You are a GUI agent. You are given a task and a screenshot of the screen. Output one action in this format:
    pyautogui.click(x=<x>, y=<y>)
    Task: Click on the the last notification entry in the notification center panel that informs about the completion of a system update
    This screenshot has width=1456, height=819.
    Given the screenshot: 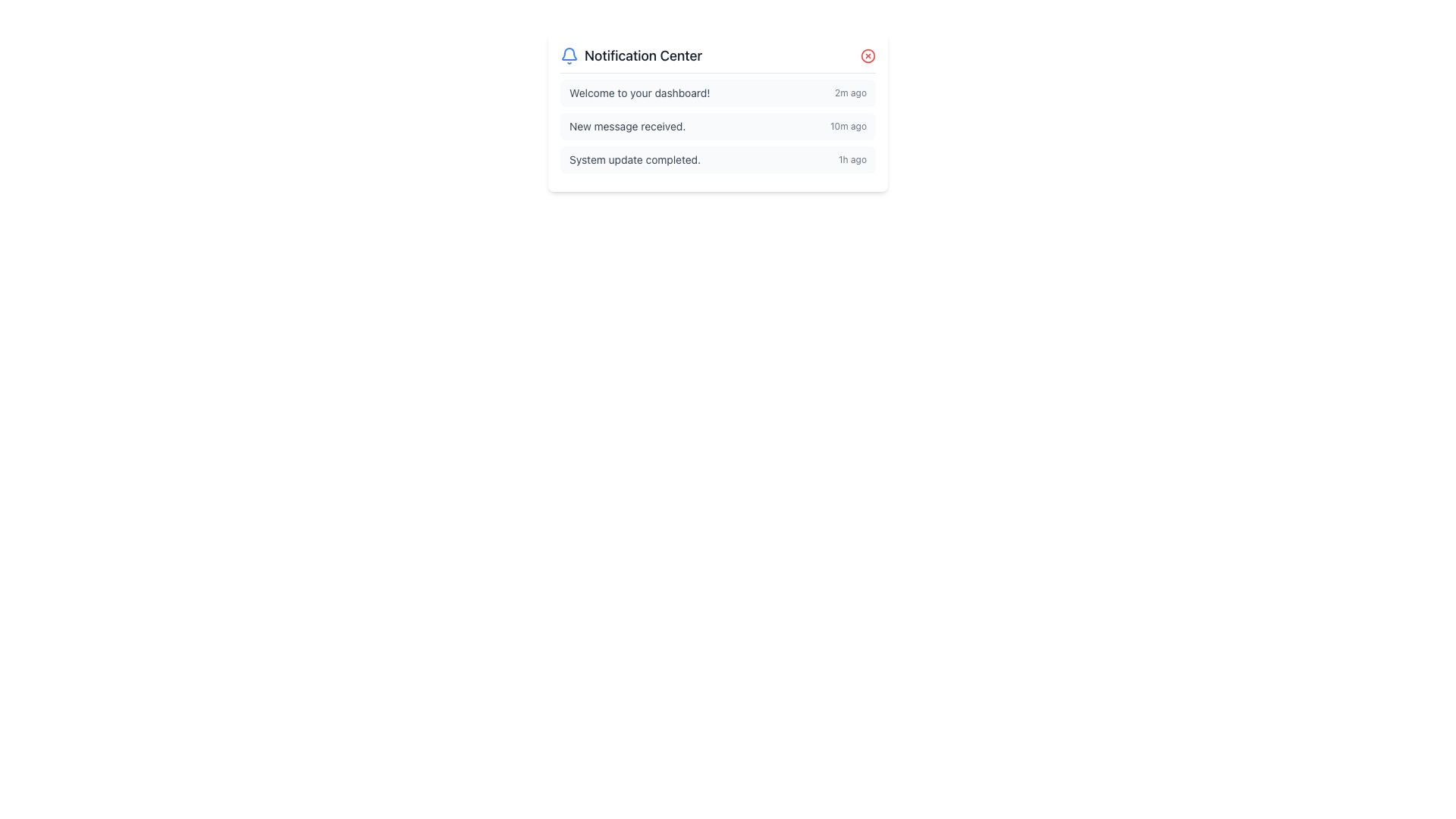 What is the action you would take?
    pyautogui.click(x=717, y=160)
    